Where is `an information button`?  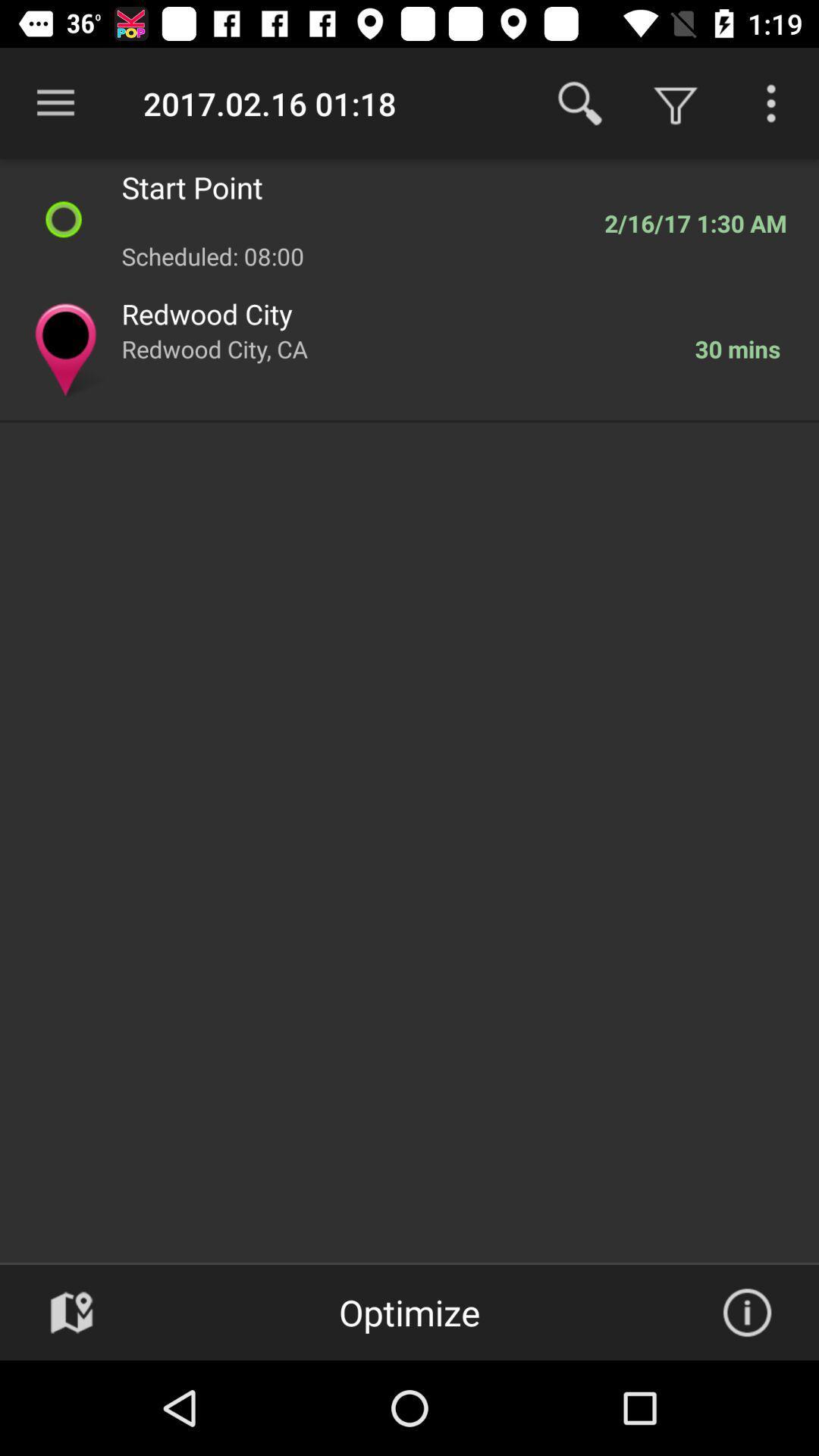 an information button is located at coordinates (746, 1312).